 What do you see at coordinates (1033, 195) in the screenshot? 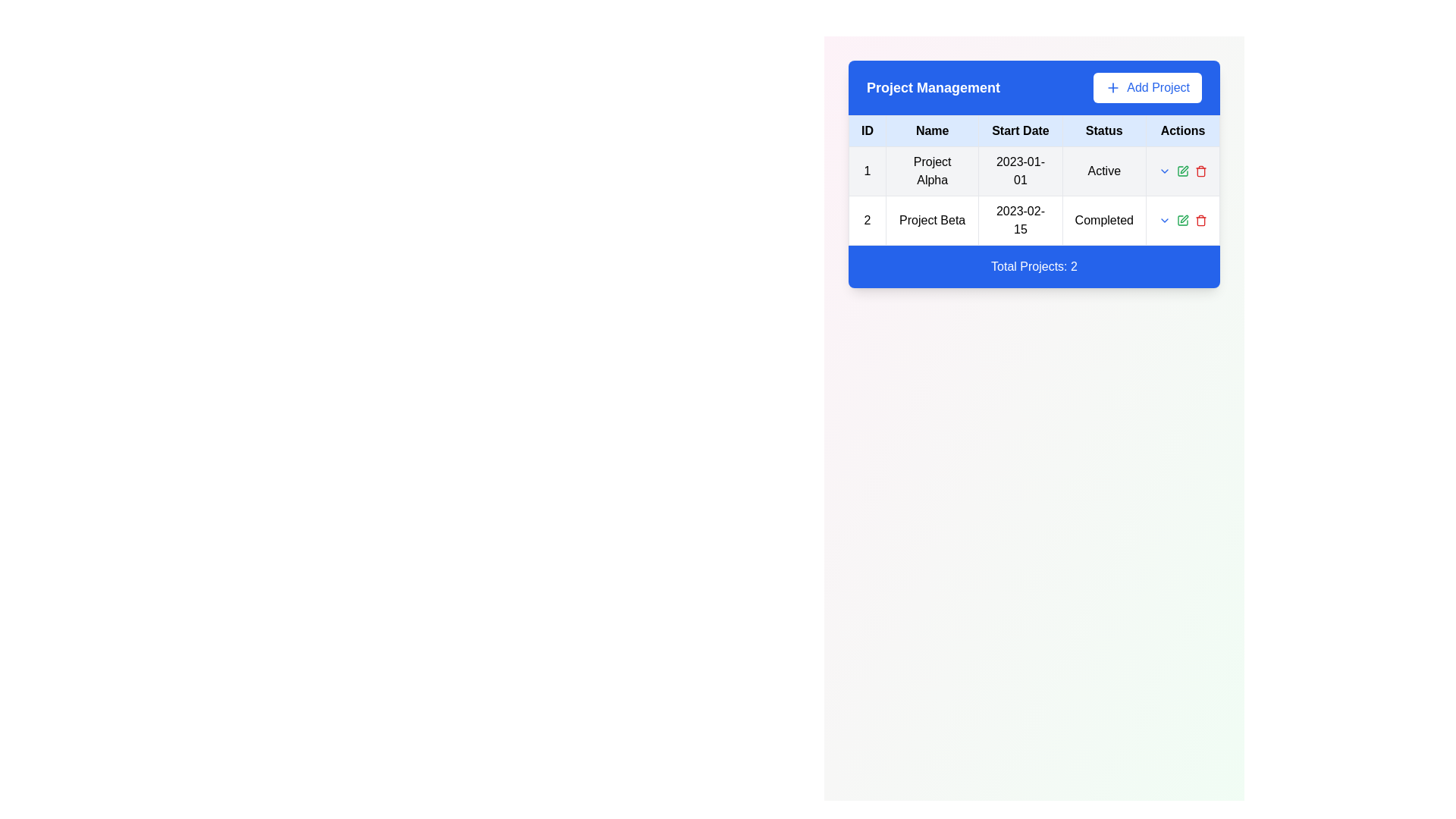
I see `the first row of the project management table` at bounding box center [1033, 195].